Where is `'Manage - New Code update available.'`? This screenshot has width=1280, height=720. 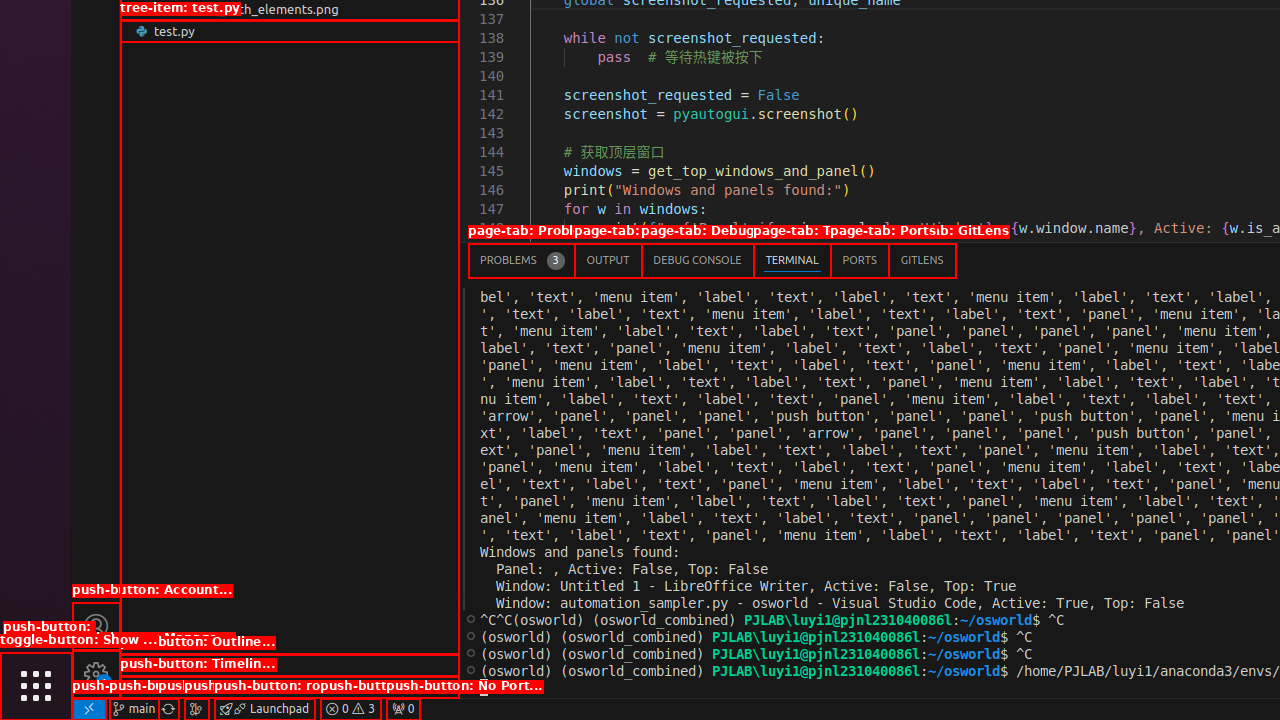
'Manage - New Code update available.' is located at coordinates (95, 673).